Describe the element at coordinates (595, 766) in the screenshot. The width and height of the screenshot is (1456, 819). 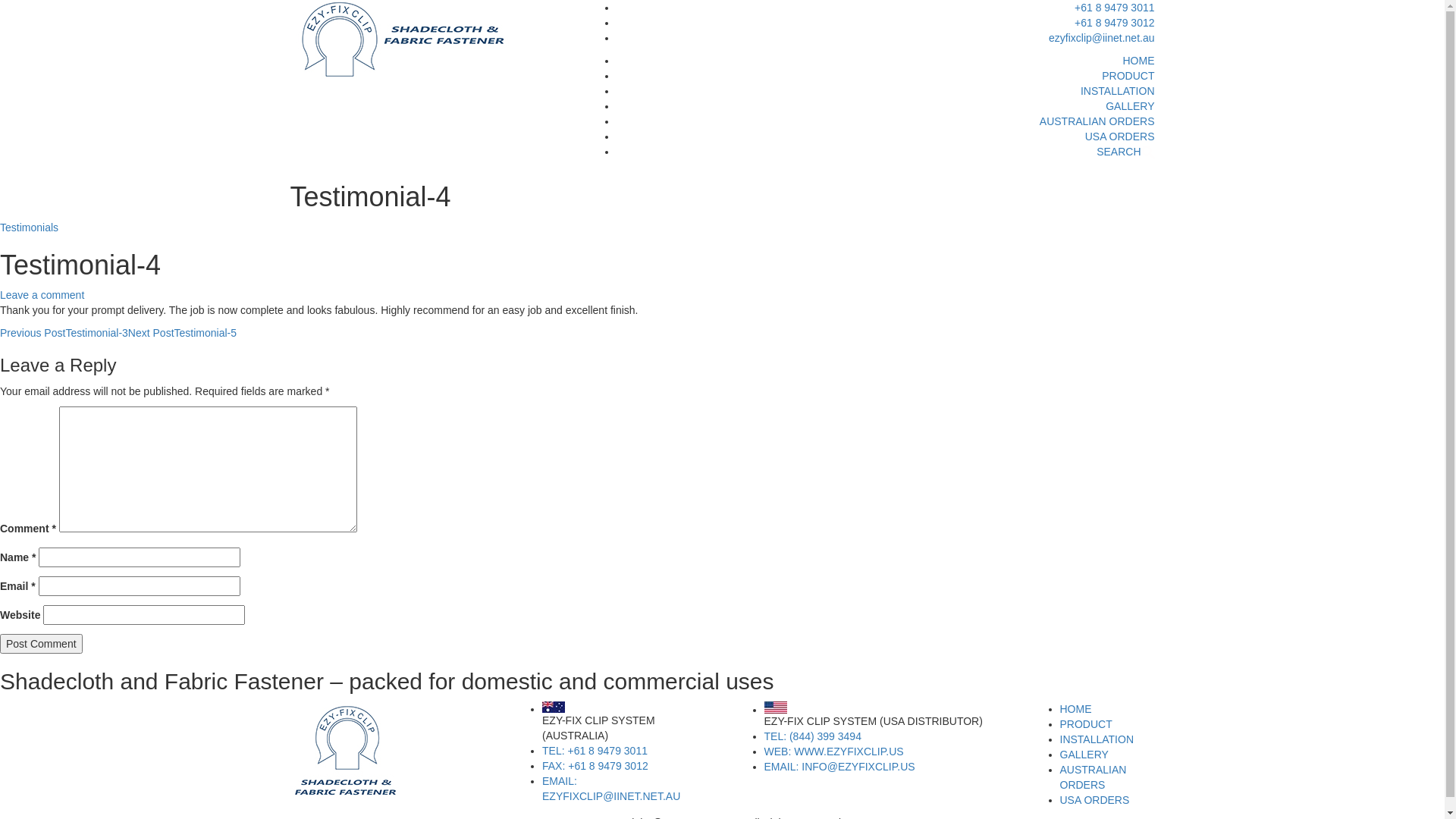
I see `'FAX: +61 8 9479 3012'` at that location.